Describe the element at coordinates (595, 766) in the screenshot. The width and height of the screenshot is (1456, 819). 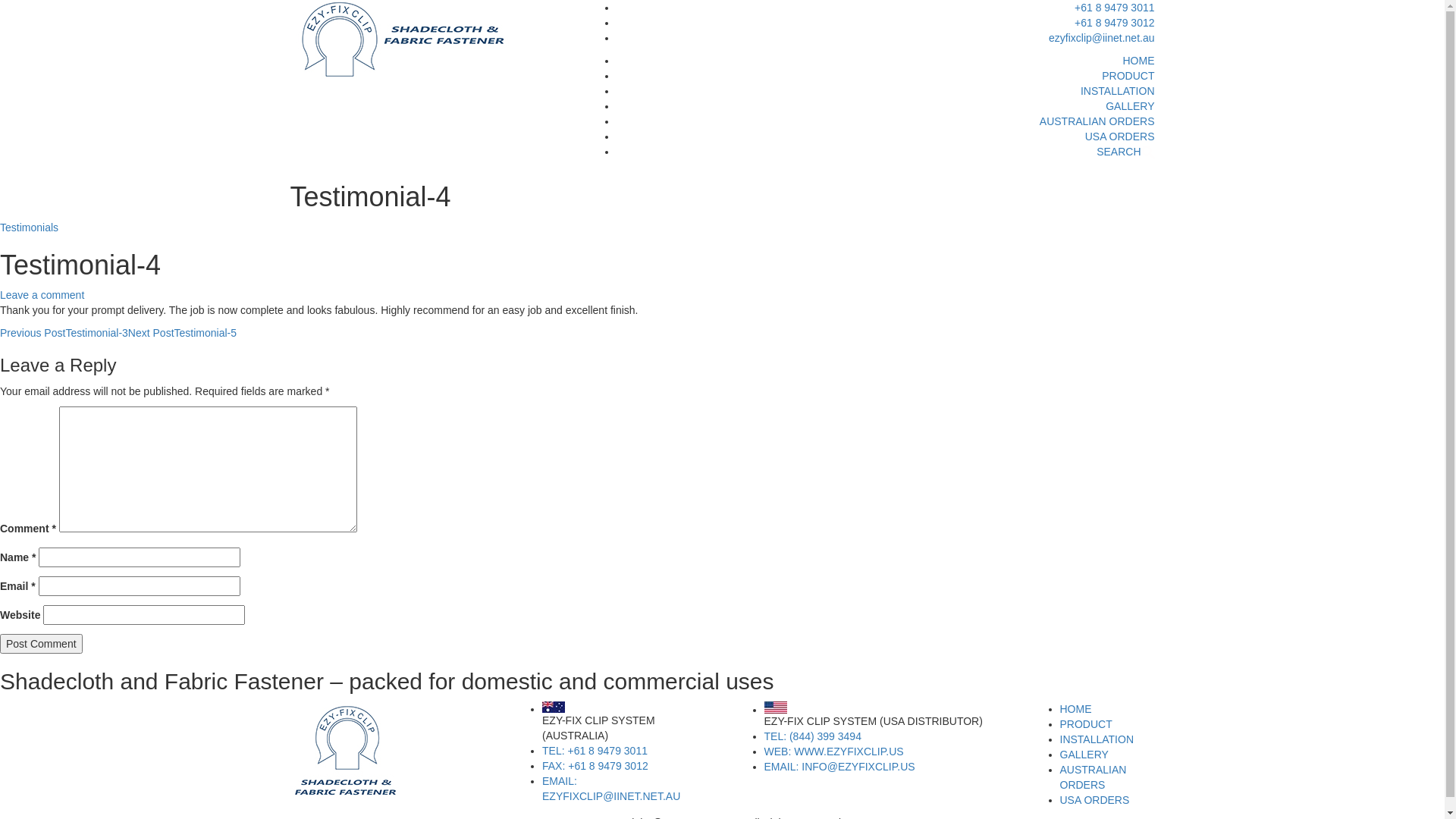
I see `'FAX: +61 8 9479 3012'` at that location.